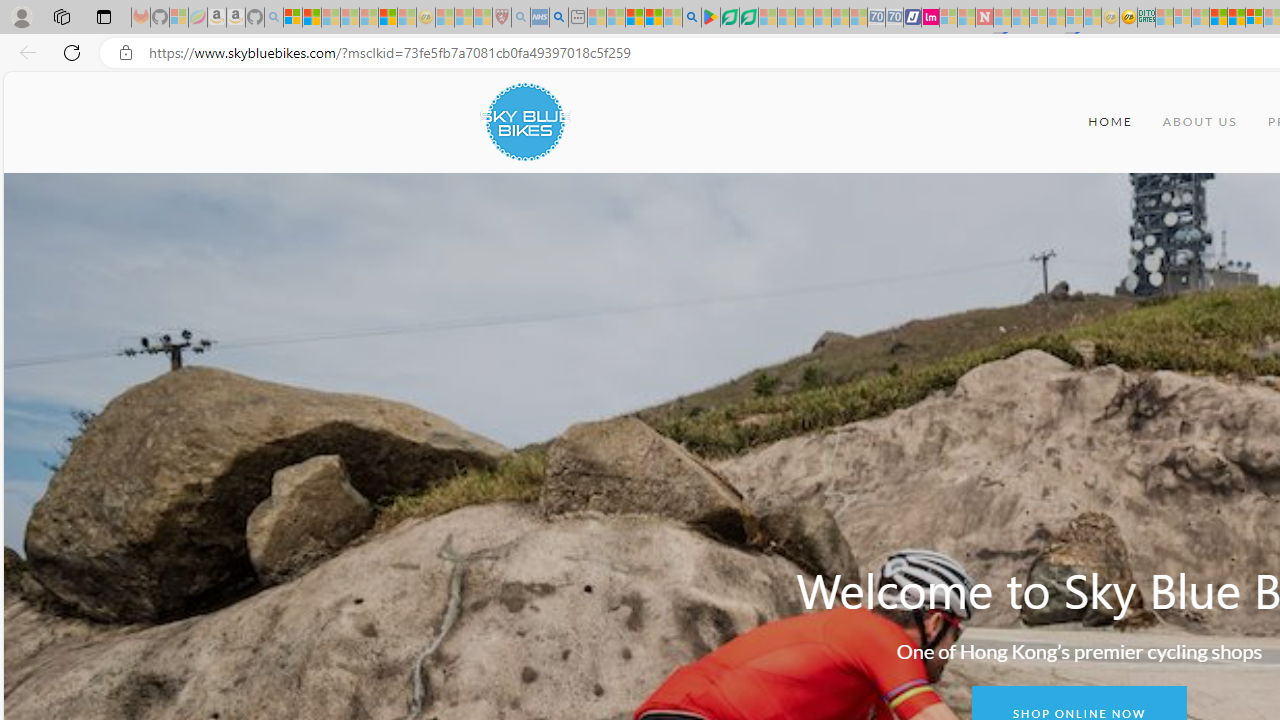  Describe the element at coordinates (929, 17) in the screenshot. I see `'Jobs - lastminute.com Investor Portal'` at that location.